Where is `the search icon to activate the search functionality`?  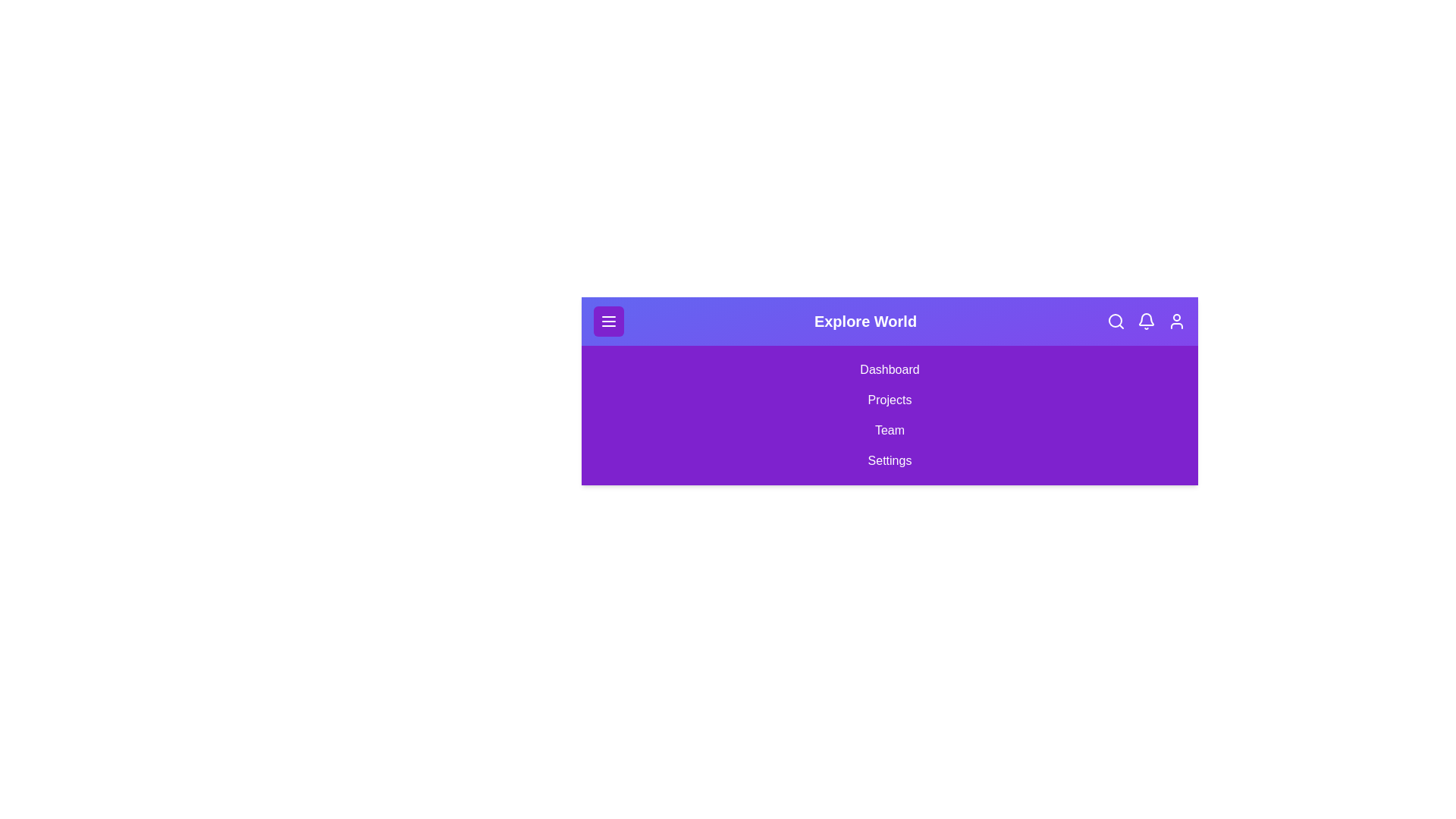
the search icon to activate the search functionality is located at coordinates (1116, 321).